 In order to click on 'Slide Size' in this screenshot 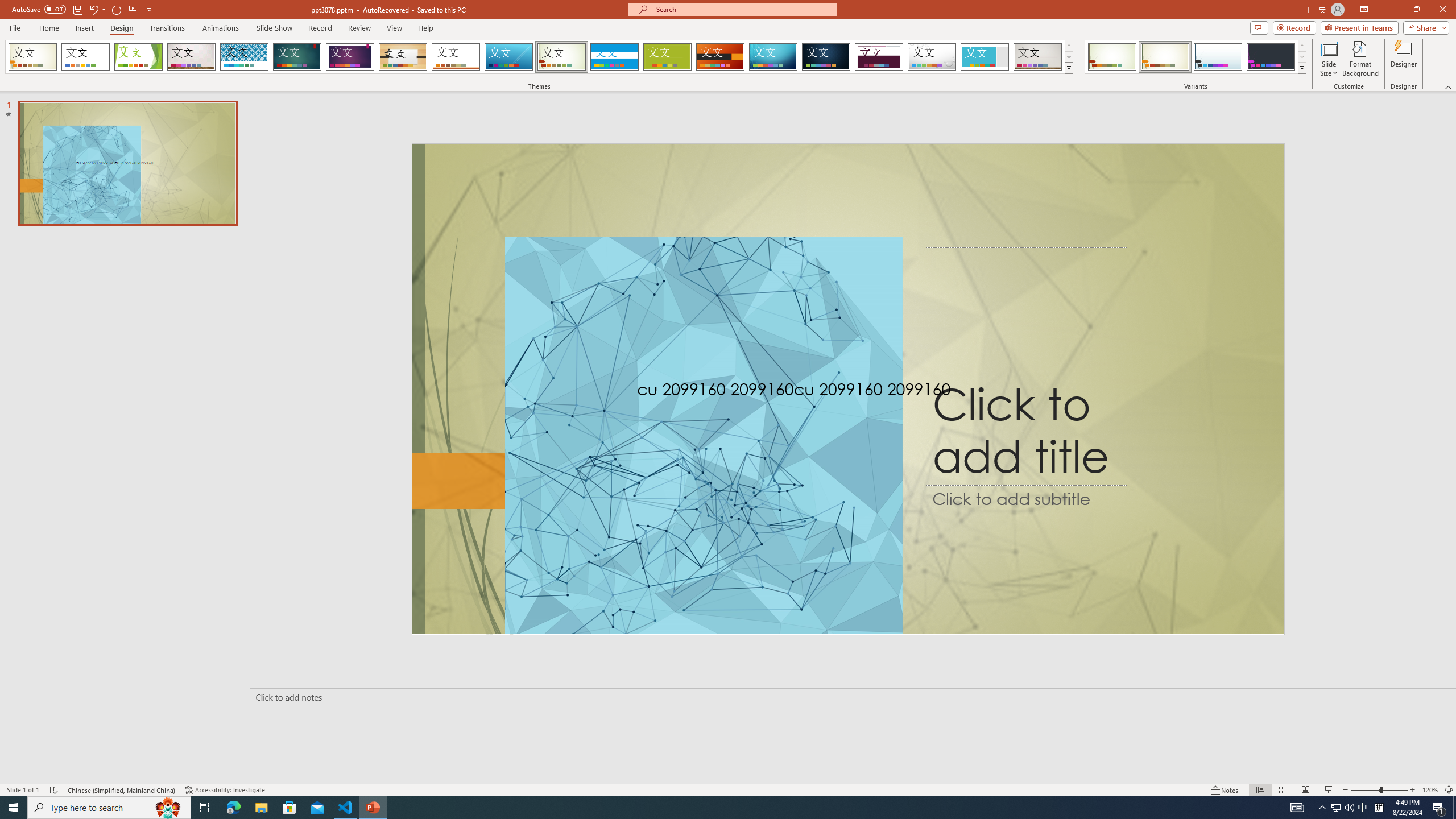, I will do `click(1329, 59)`.